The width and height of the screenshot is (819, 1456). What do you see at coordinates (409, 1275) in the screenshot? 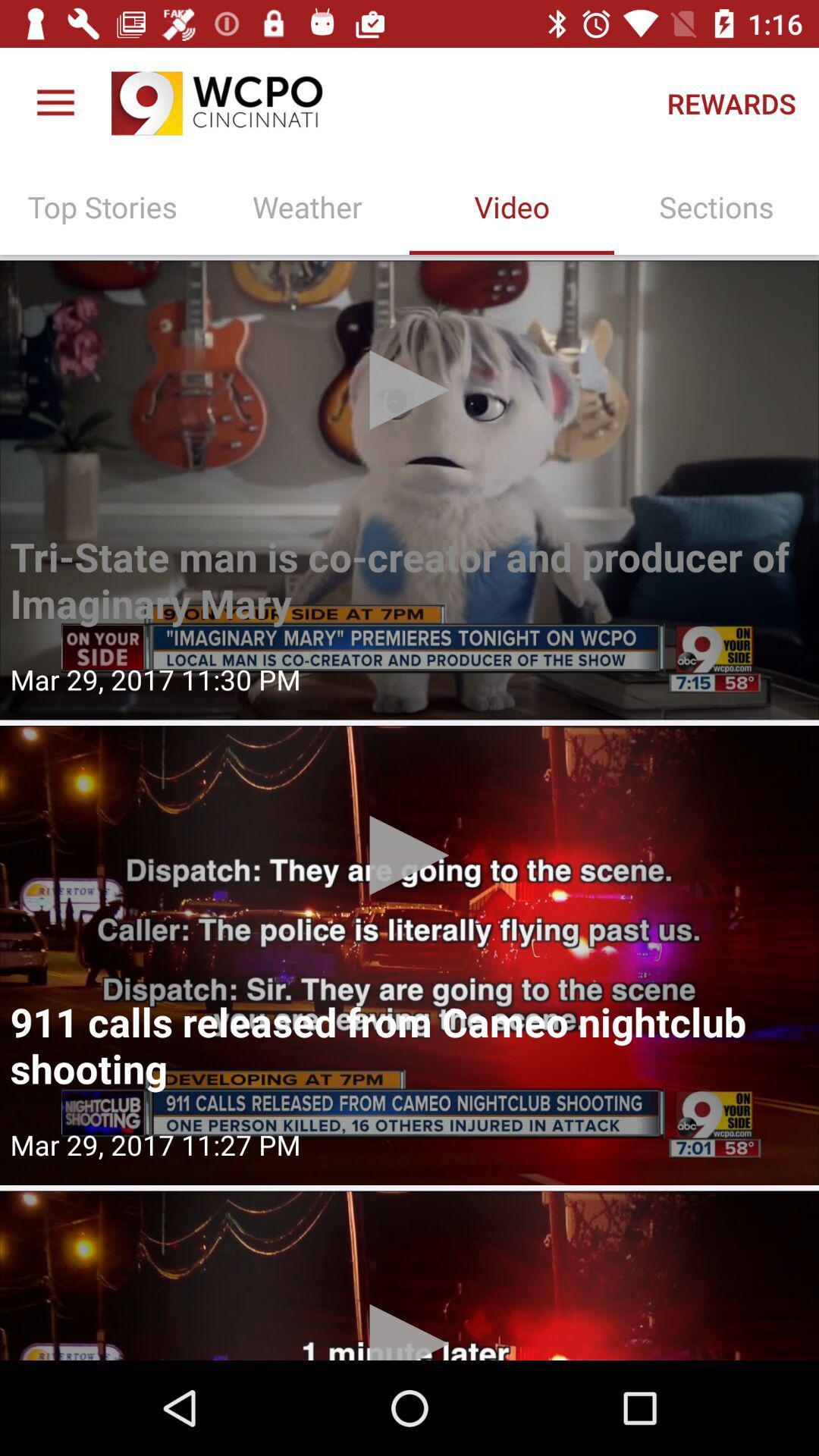
I see `video` at bounding box center [409, 1275].